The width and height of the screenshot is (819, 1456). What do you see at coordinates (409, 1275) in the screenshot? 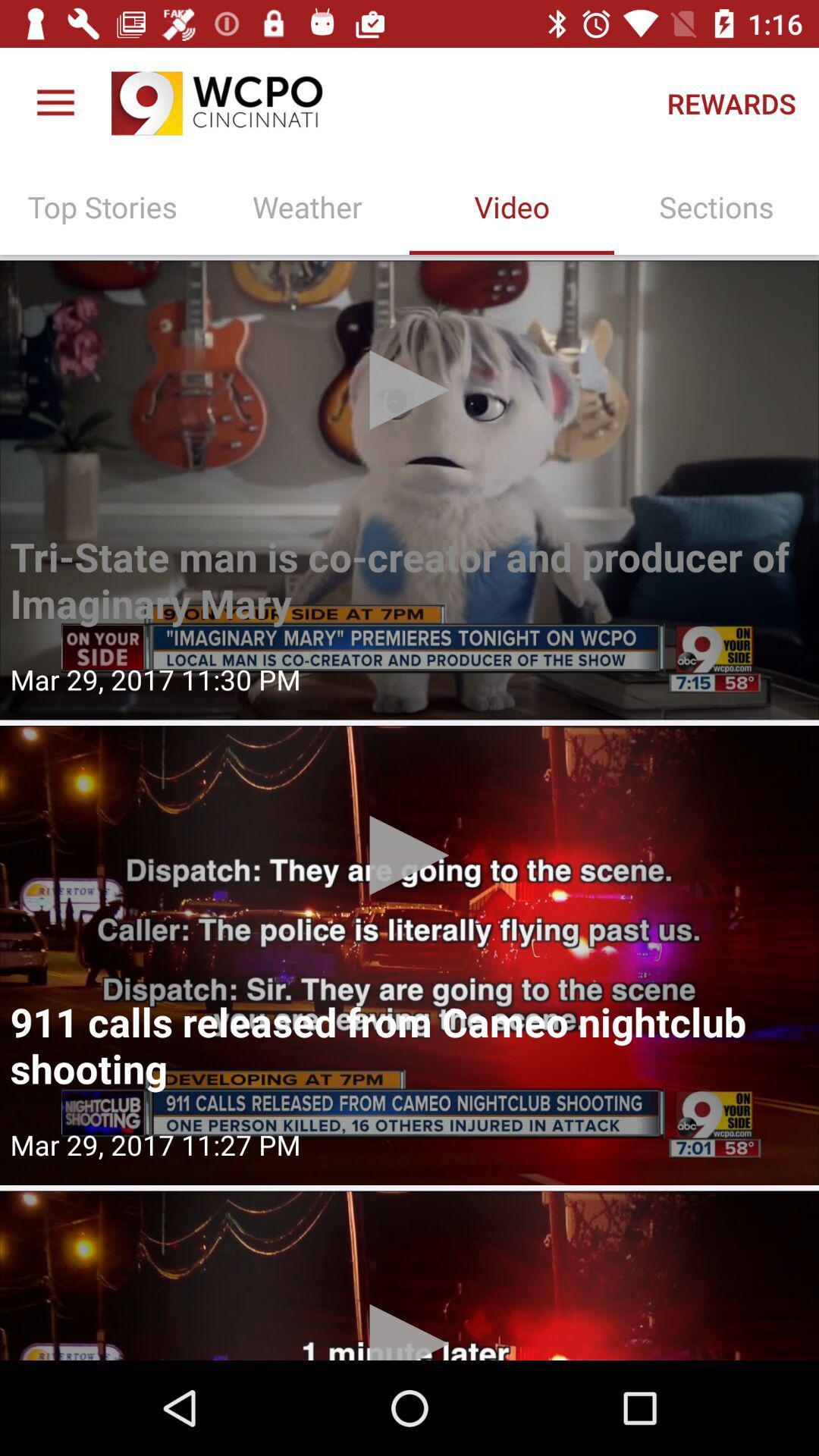
I see `video` at bounding box center [409, 1275].